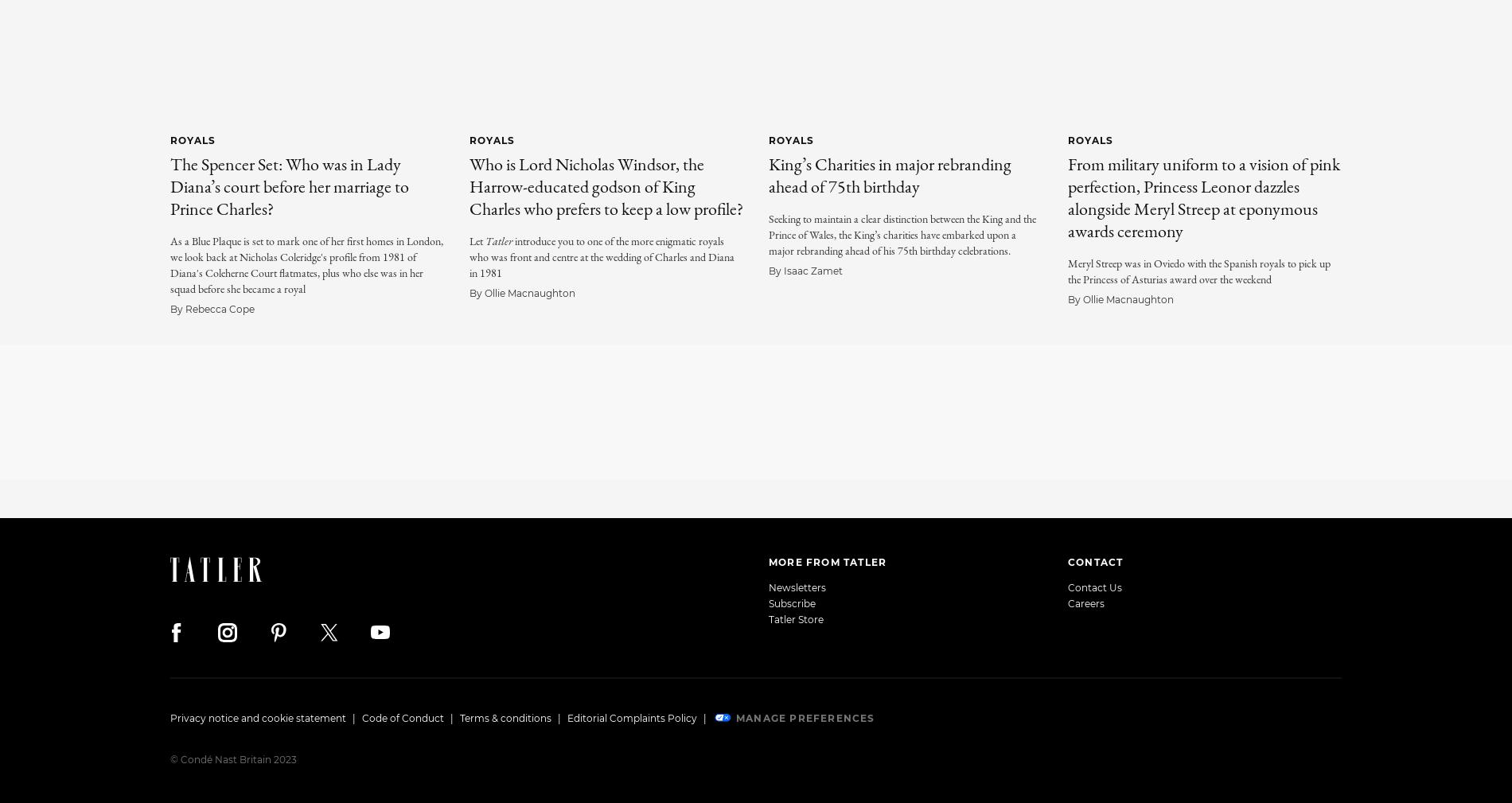  What do you see at coordinates (1085, 602) in the screenshot?
I see `'Careers'` at bounding box center [1085, 602].